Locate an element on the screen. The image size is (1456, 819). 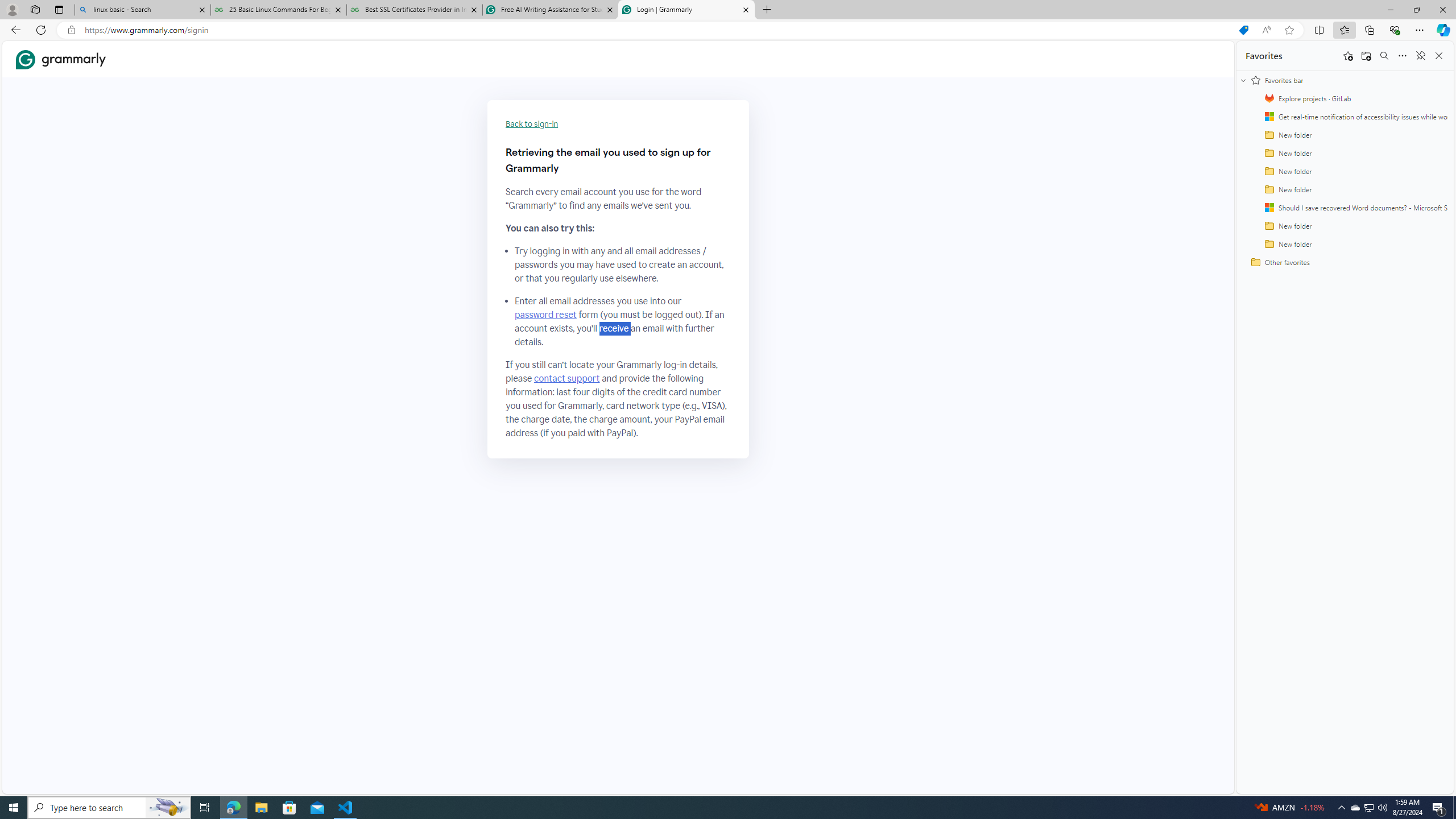
'Login | Grammarly' is located at coordinates (685, 9).